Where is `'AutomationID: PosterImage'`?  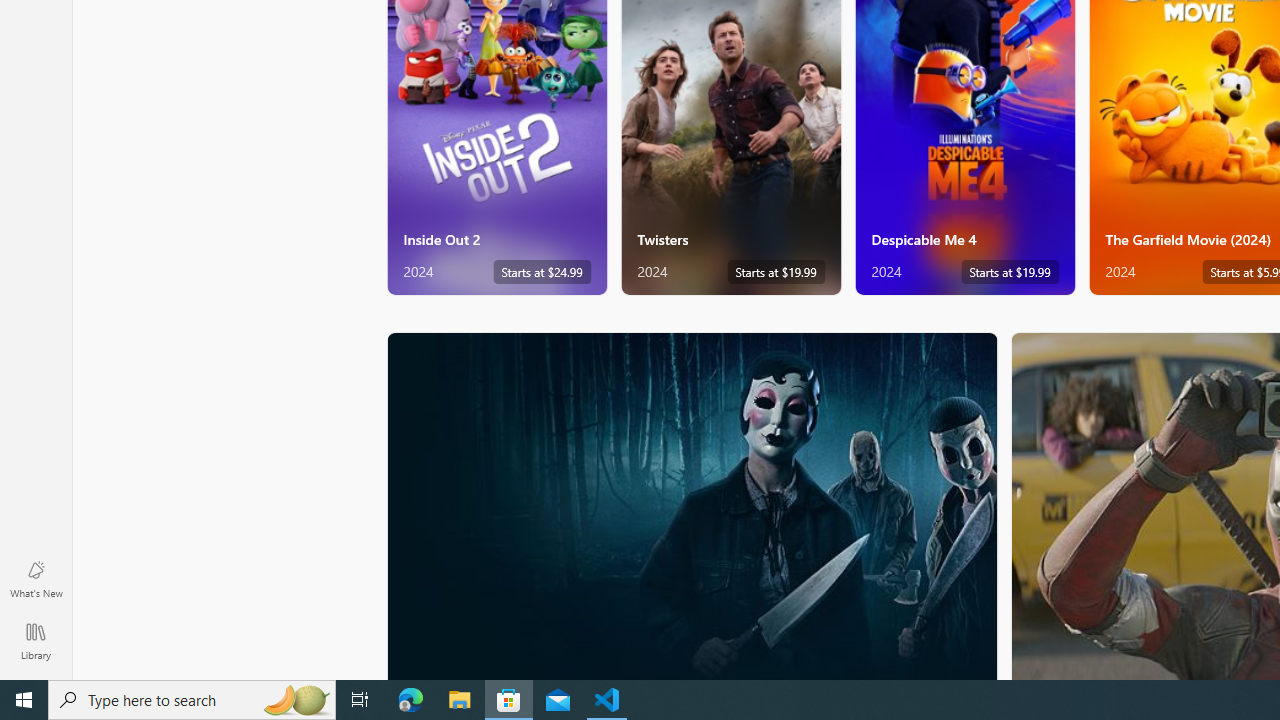 'AutomationID: PosterImage' is located at coordinates (691, 505).